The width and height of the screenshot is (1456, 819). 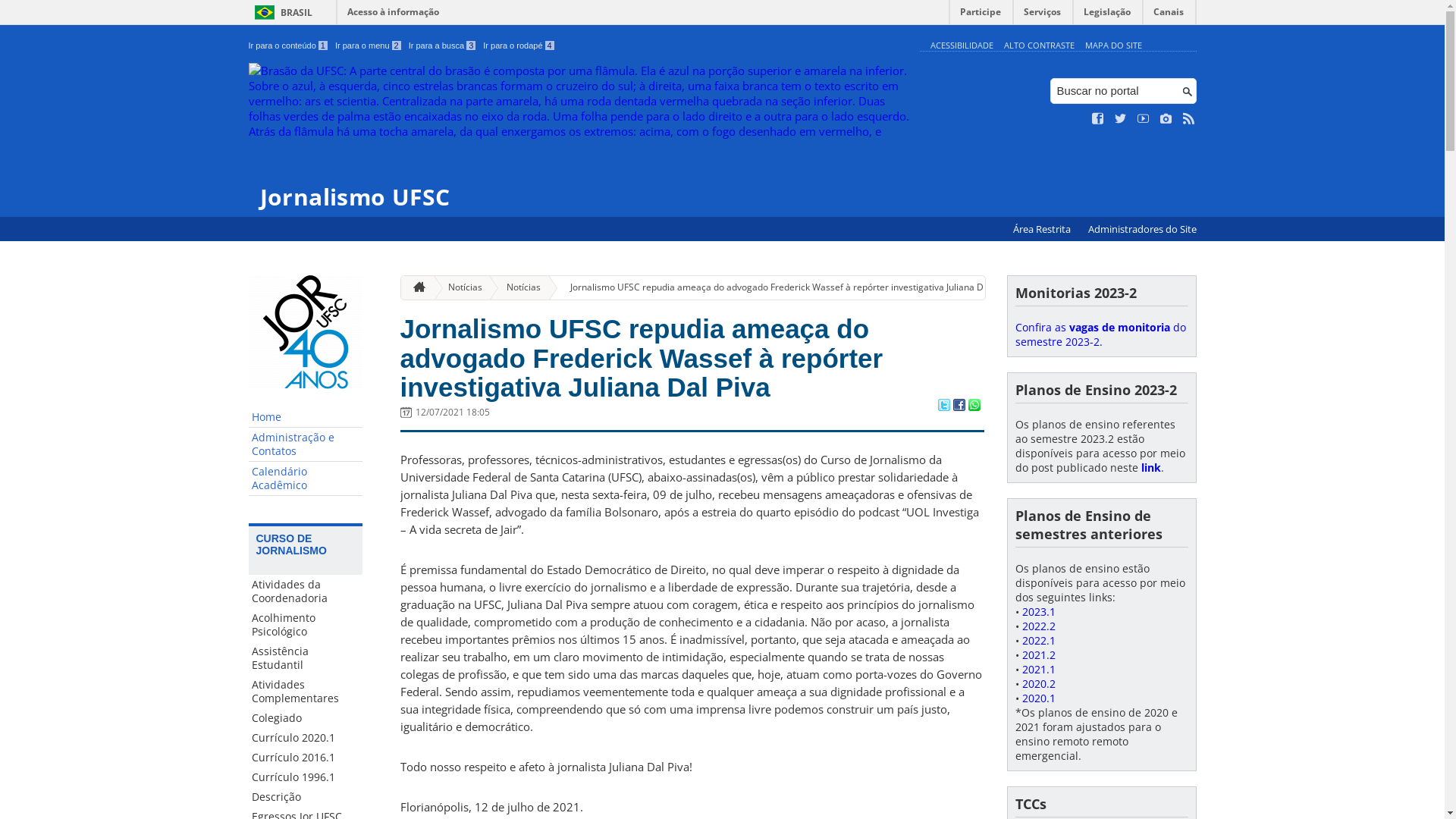 What do you see at coordinates (960, 44) in the screenshot?
I see `'ACESSIBILIDADE'` at bounding box center [960, 44].